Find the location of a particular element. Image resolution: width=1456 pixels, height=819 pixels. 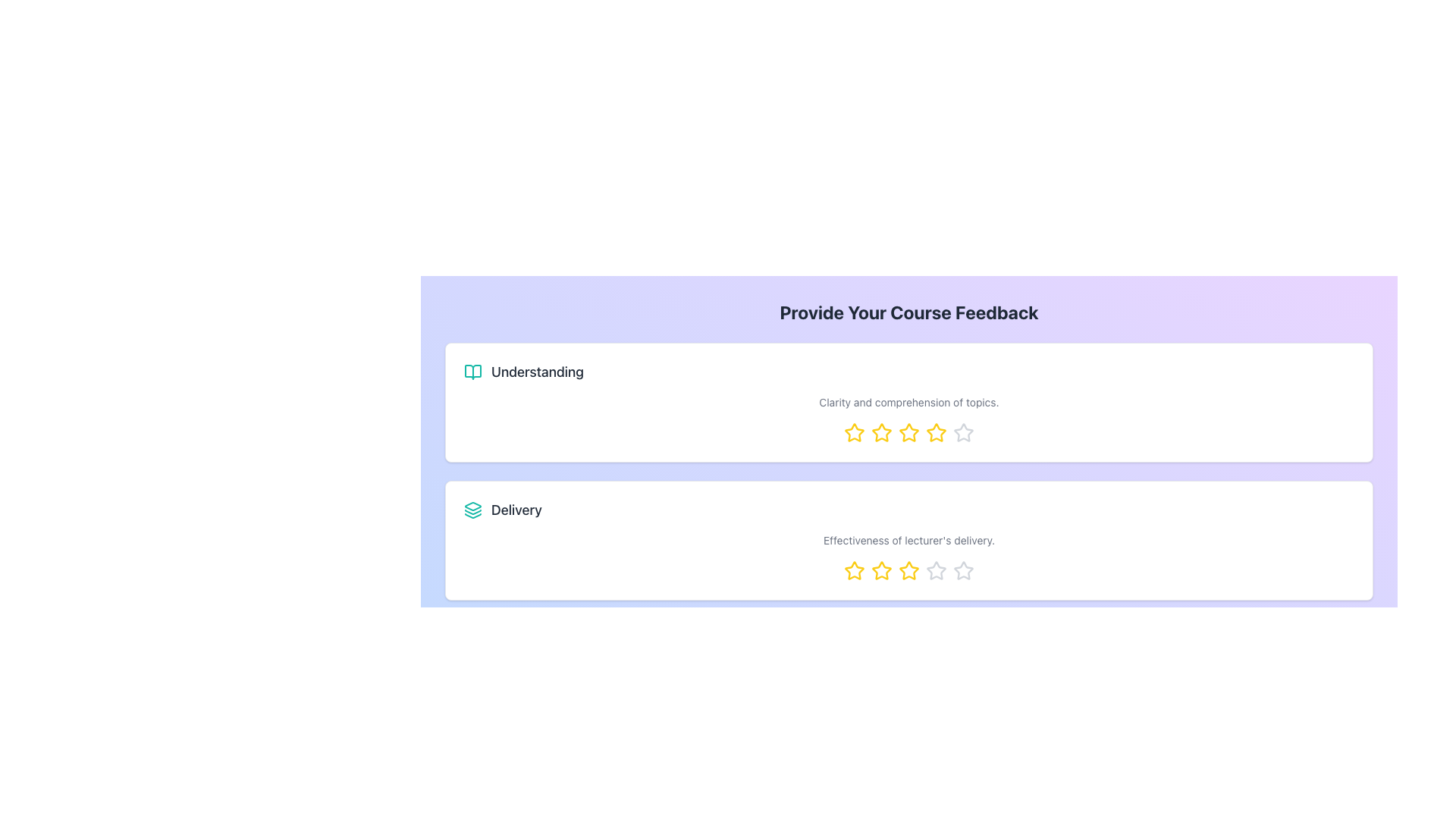

the first star in the rating sequence located in the 'Understanding' section of the course feedback form is located at coordinates (855, 432).